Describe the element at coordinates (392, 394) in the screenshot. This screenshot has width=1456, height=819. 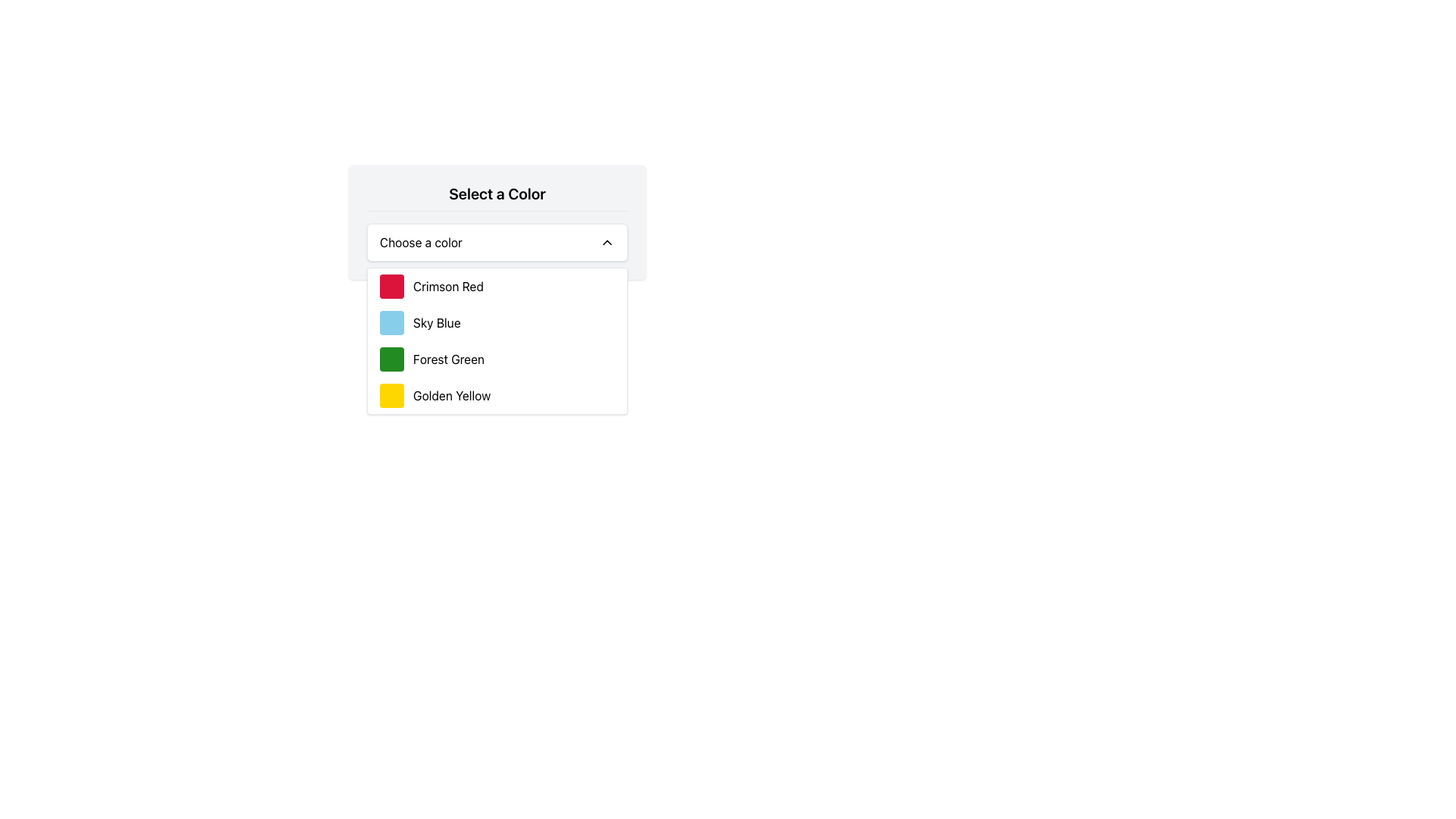
I see `the color swatch indicator, which is a bright golden yellow square with rounded corners, located in the 'Golden Yellow' section of the color options menu` at that location.